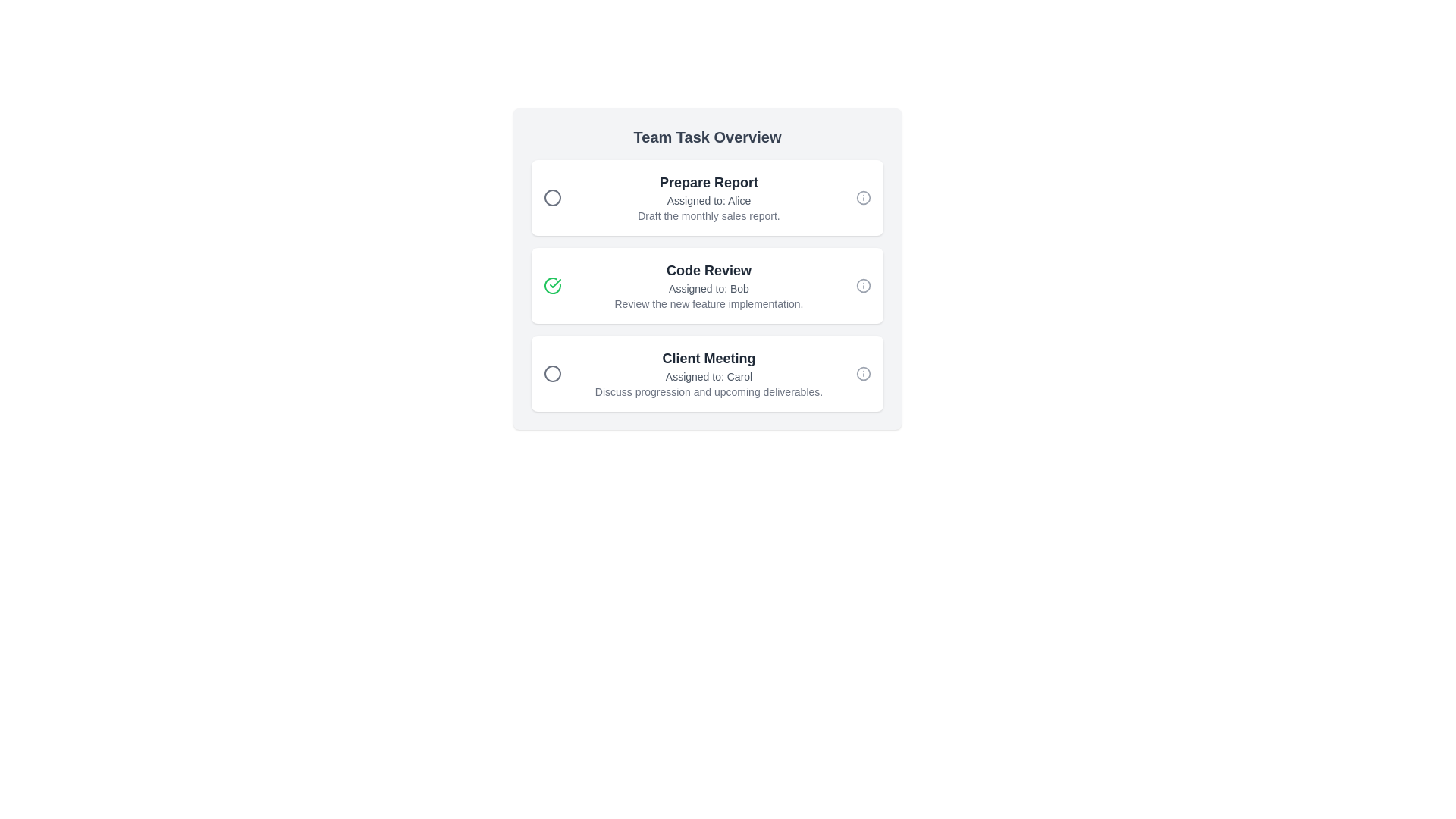 This screenshot has width=1456, height=819. I want to click on the 'Client Meeting' text label, which serves as the title for the task entry in the 'Team Task Overview' list, so click(708, 359).